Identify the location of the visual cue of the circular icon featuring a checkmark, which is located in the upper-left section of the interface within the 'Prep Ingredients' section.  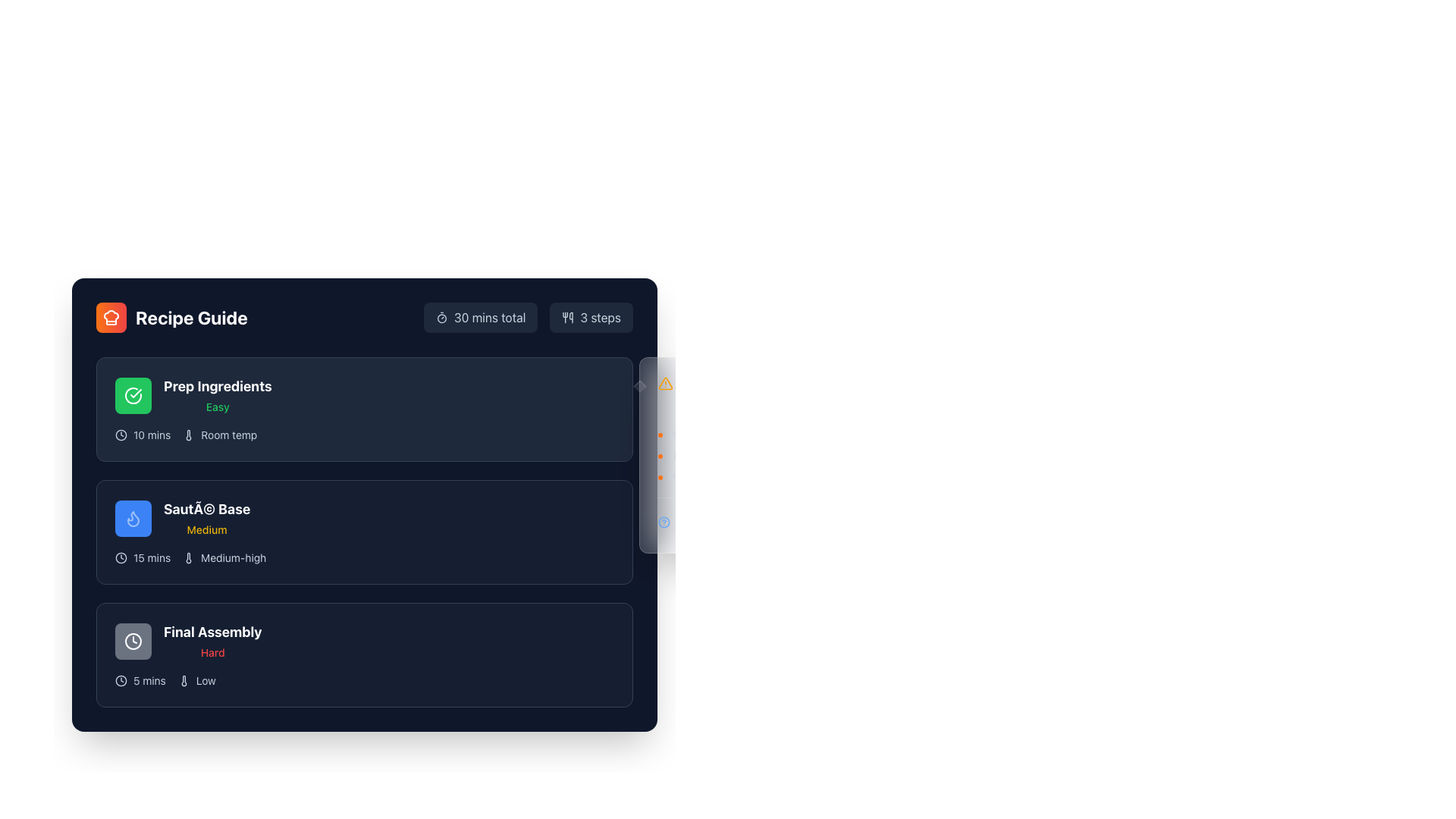
(136, 393).